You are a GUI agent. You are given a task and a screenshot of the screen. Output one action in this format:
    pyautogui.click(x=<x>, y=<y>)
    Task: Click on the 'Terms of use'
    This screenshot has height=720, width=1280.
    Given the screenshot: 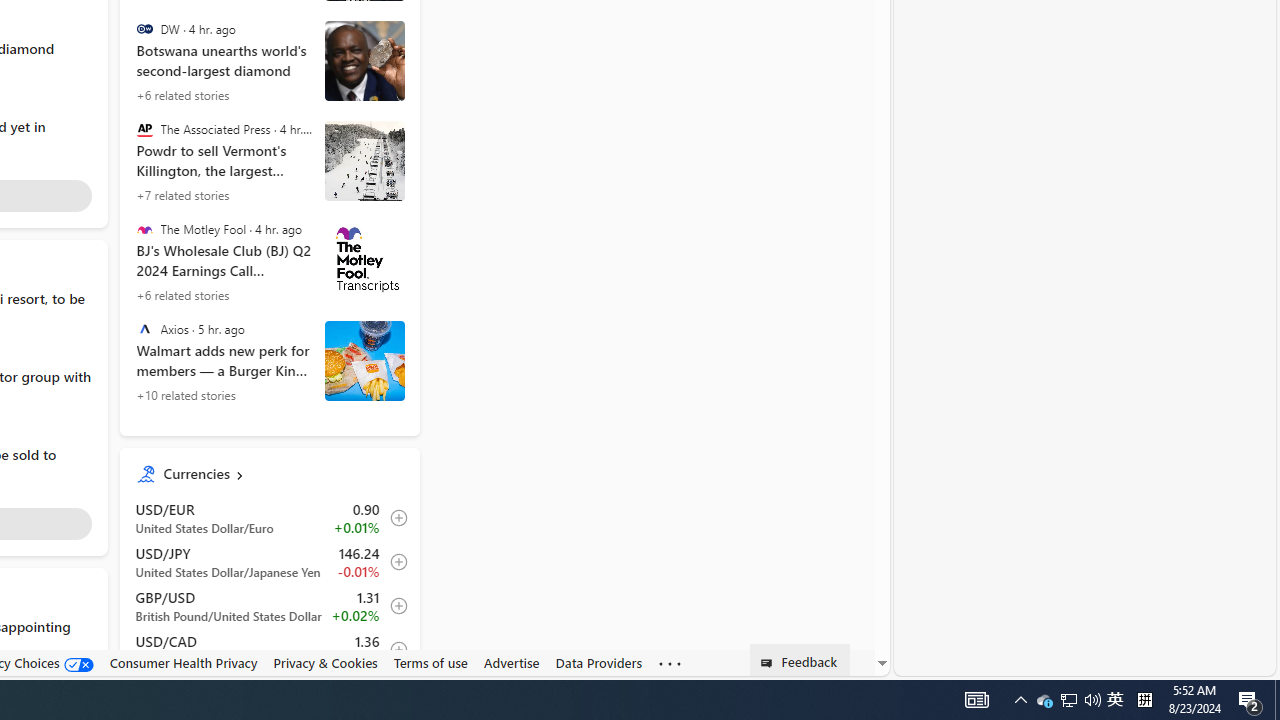 What is the action you would take?
    pyautogui.click(x=429, y=663)
    